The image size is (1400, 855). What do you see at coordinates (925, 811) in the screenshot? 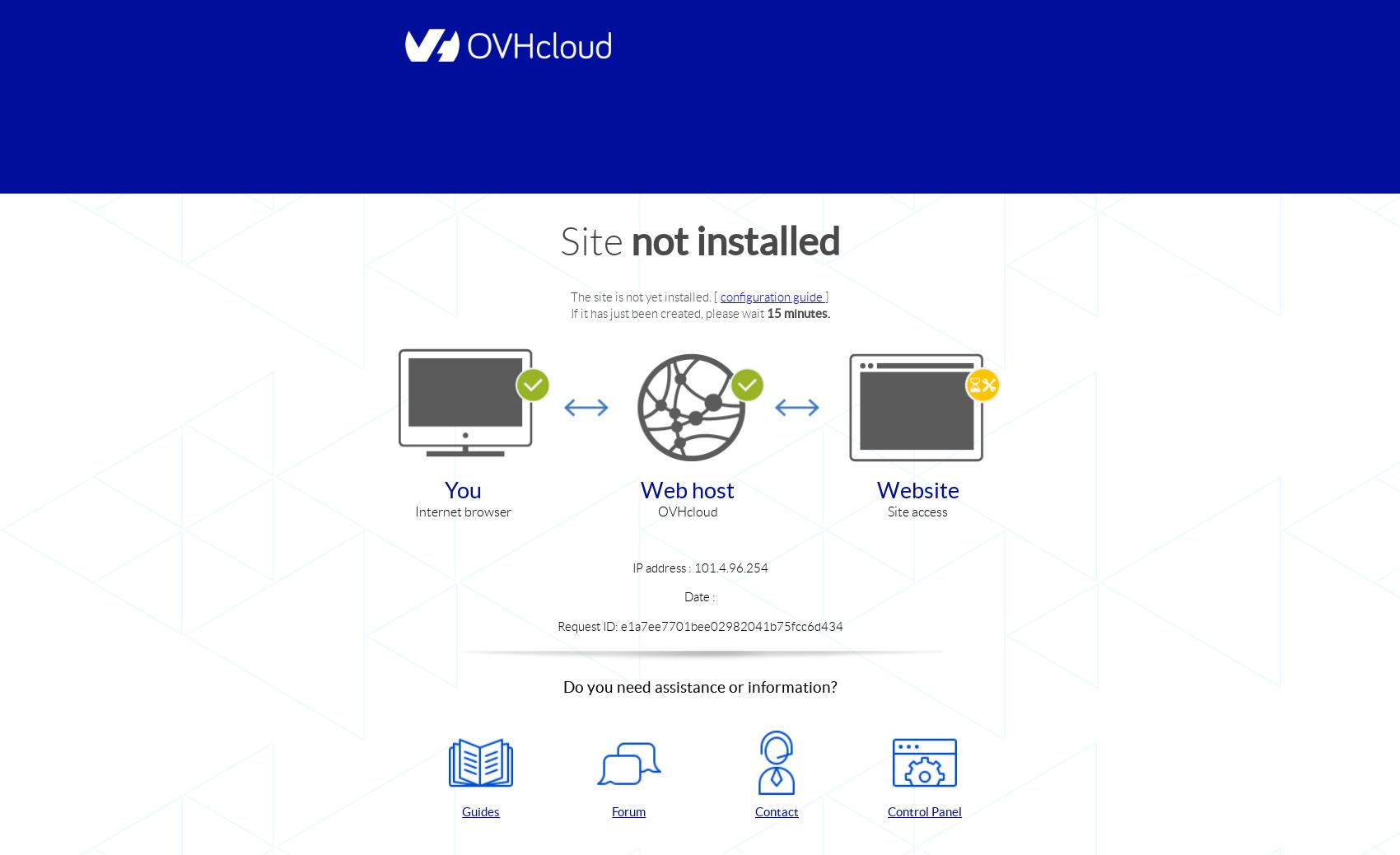
I see `'Control Panel'` at bounding box center [925, 811].